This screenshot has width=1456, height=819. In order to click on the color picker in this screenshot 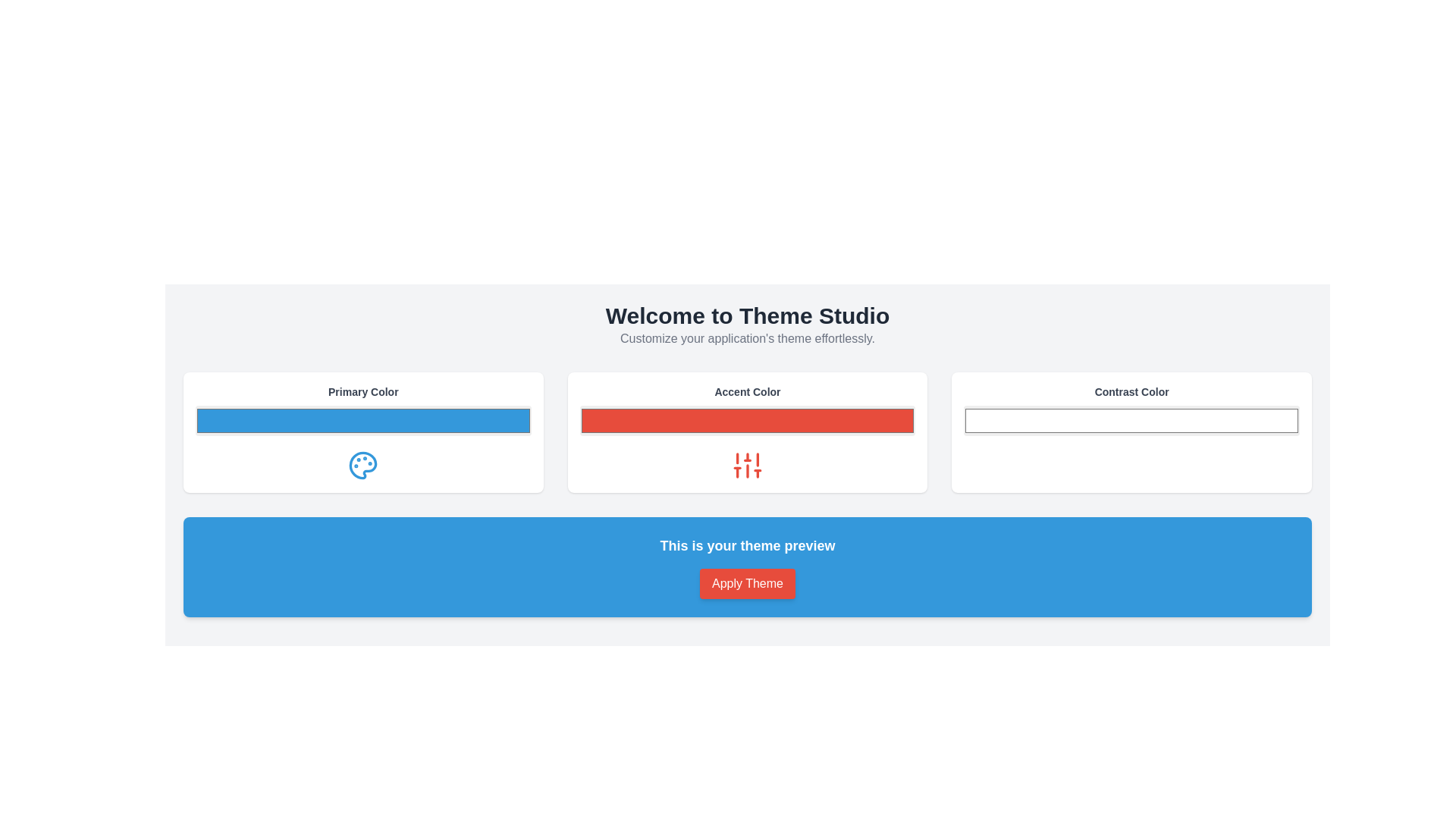, I will do `click(579, 421)`.